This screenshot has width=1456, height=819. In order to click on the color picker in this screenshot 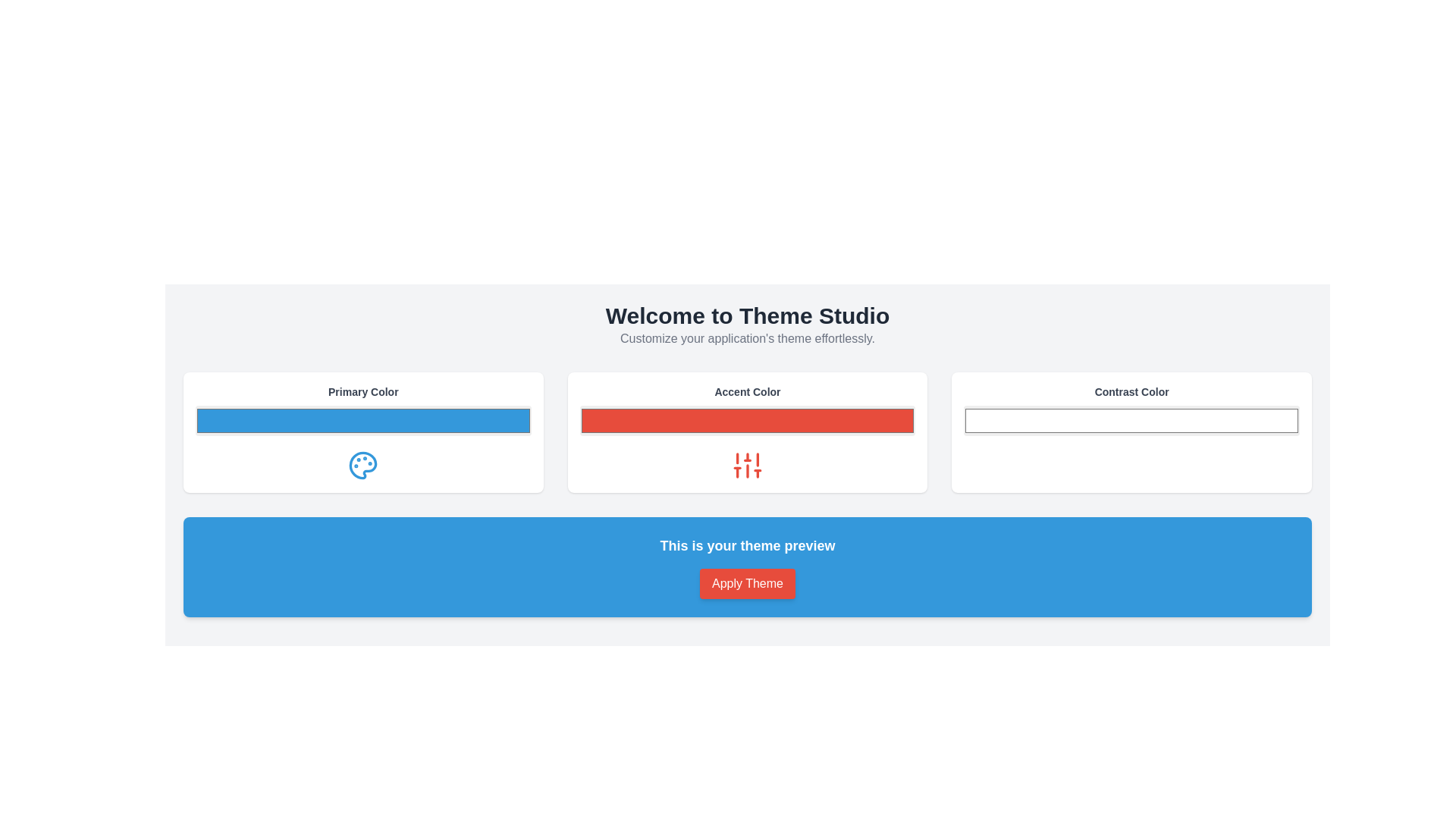, I will do `click(579, 421)`.